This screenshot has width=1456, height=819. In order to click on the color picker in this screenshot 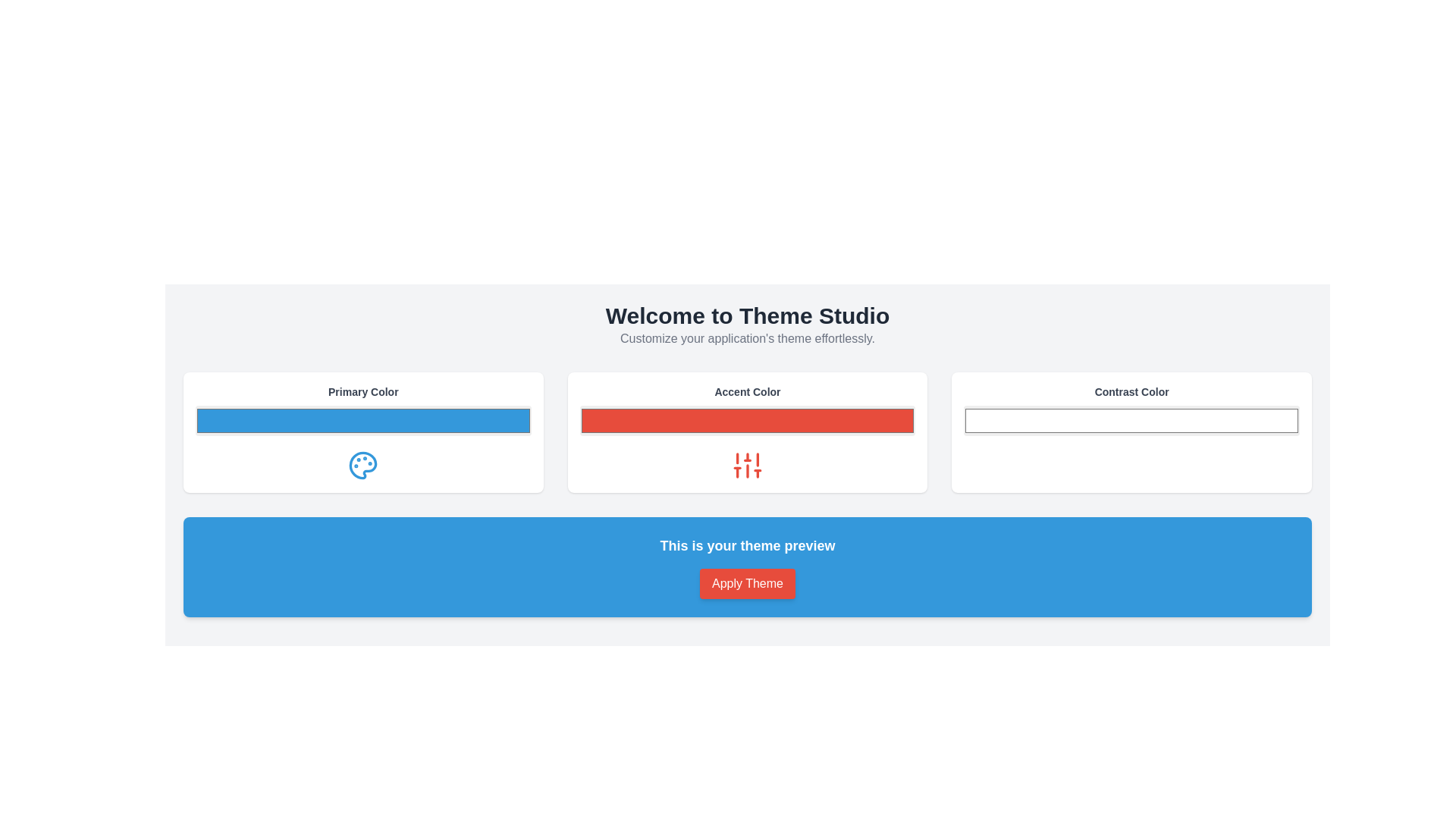, I will do `click(579, 421)`.